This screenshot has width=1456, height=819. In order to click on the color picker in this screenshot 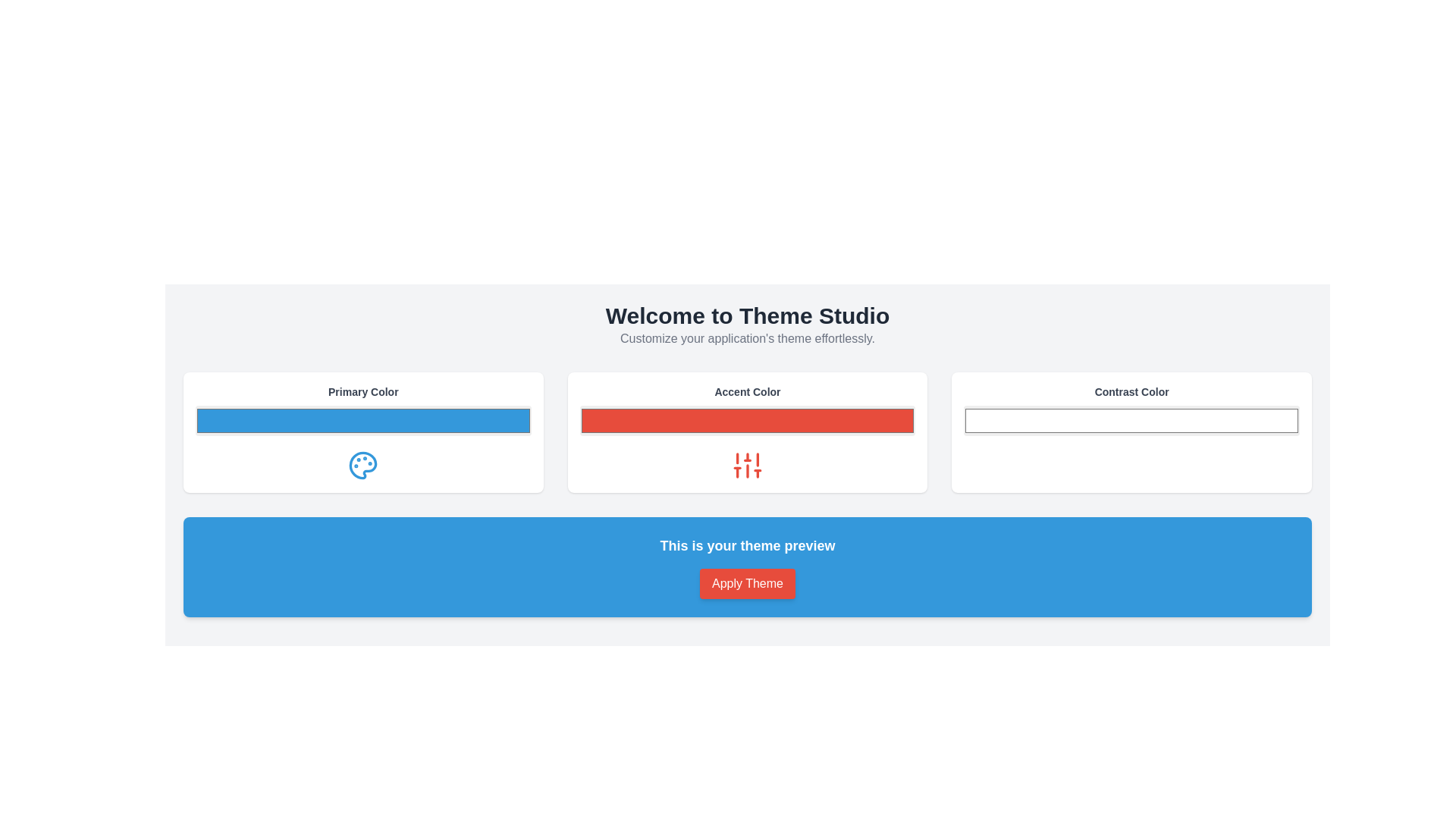, I will do `click(579, 421)`.